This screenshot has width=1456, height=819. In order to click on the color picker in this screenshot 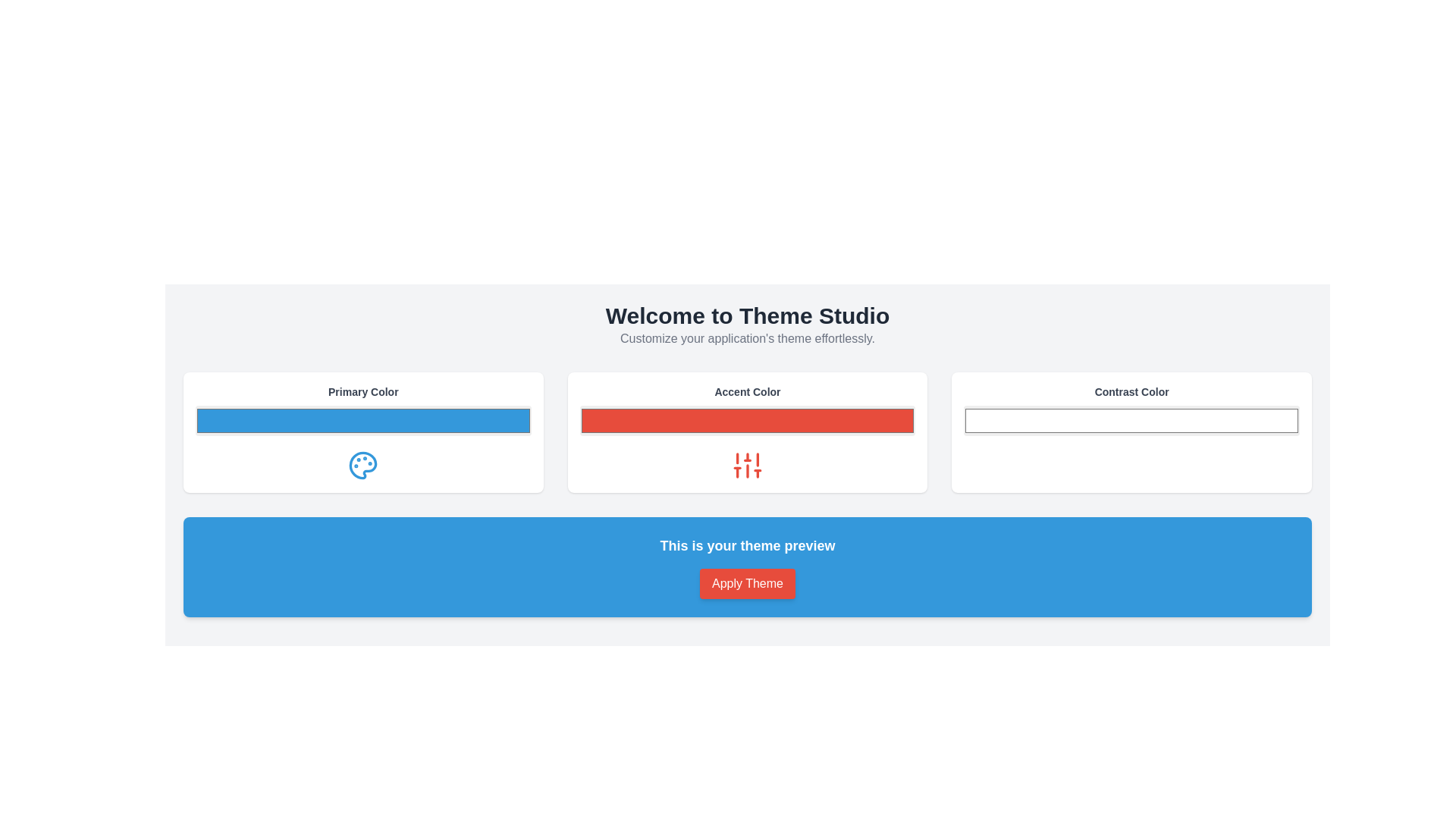, I will do `click(579, 421)`.